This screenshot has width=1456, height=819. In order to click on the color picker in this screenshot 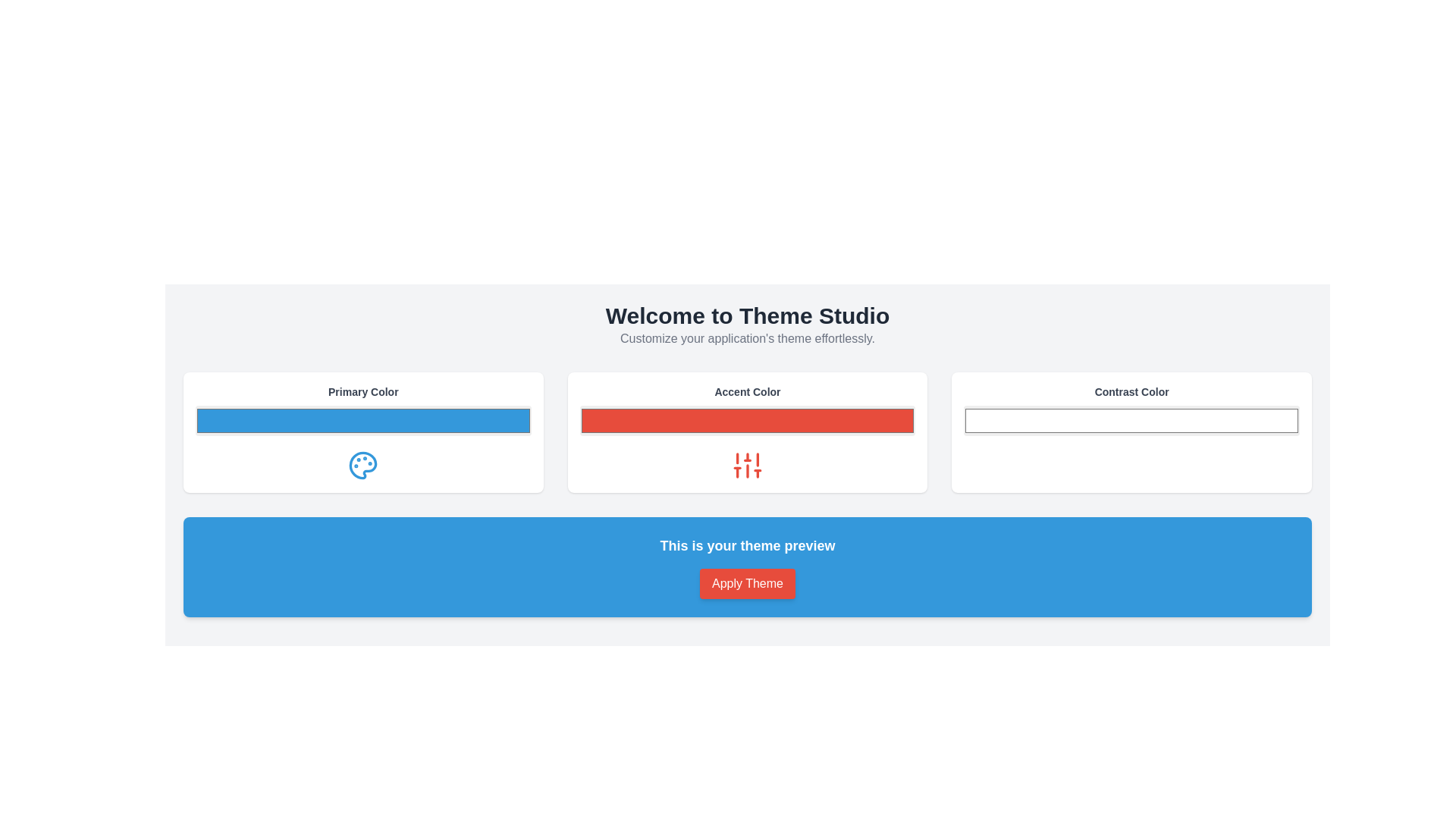, I will do `click(579, 421)`.